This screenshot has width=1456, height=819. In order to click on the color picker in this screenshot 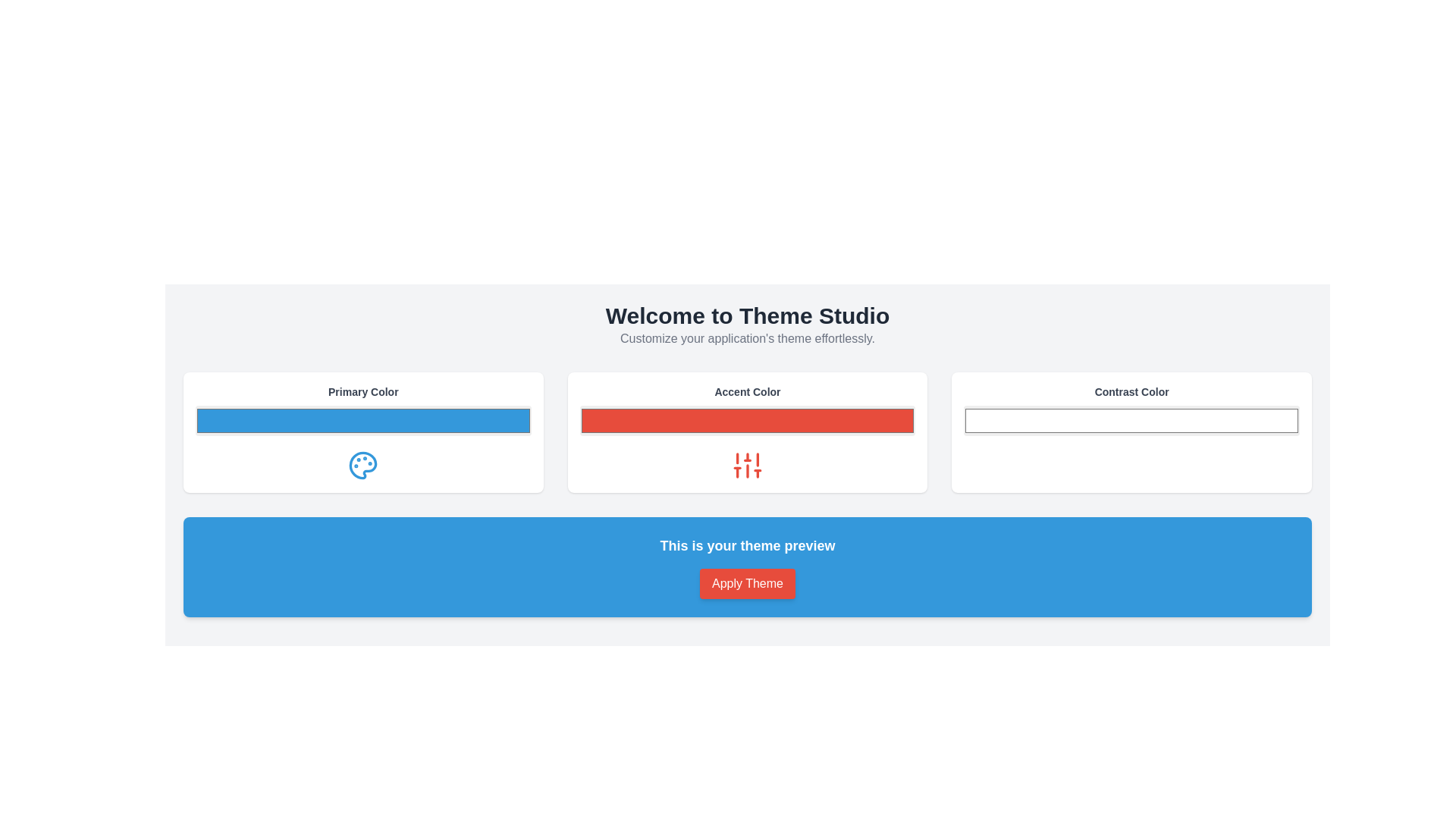, I will do `click(579, 421)`.